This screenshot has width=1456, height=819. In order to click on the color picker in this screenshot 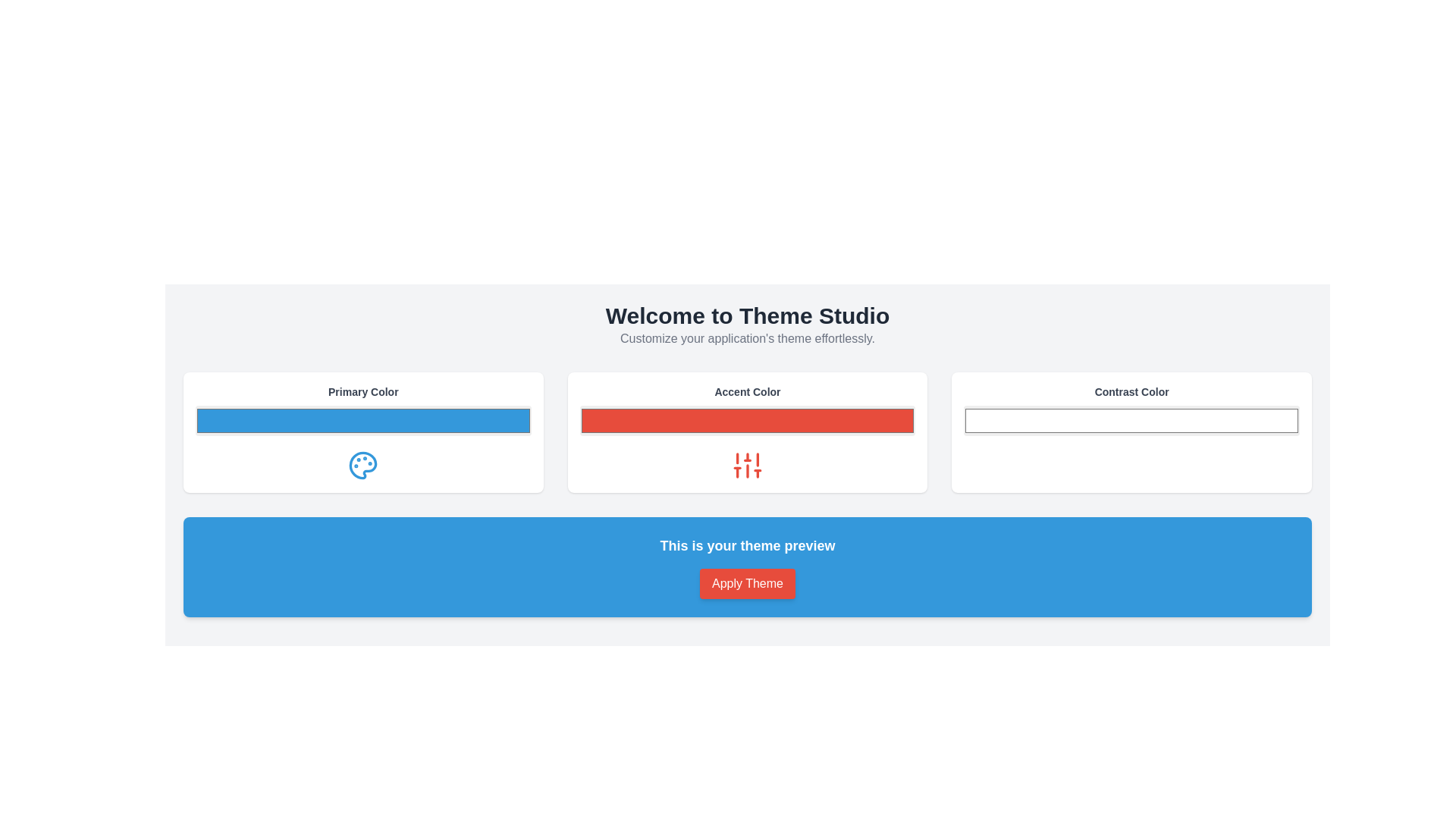, I will do `click(579, 421)`.